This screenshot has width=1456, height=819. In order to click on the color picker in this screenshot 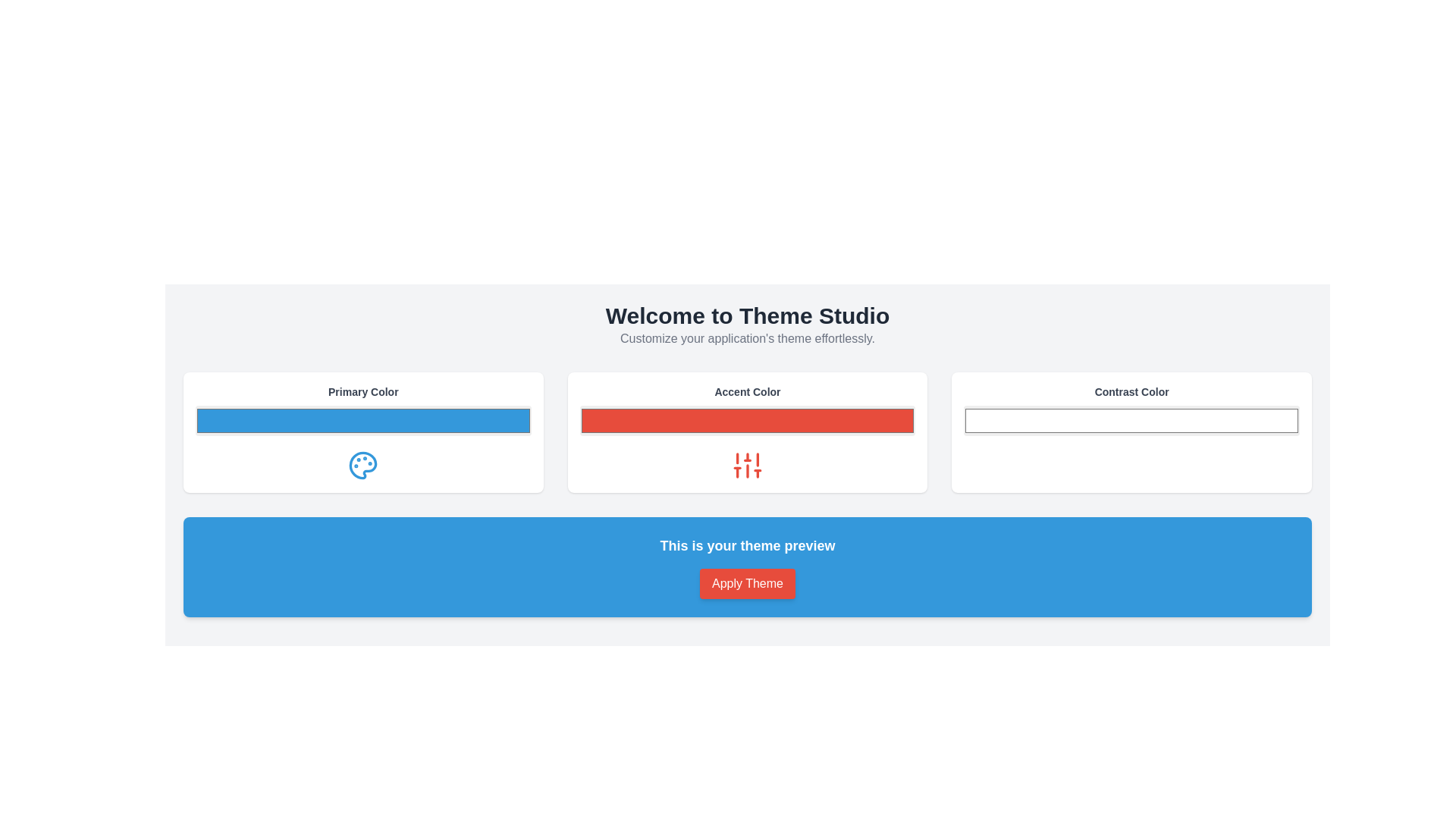, I will do `click(579, 421)`.